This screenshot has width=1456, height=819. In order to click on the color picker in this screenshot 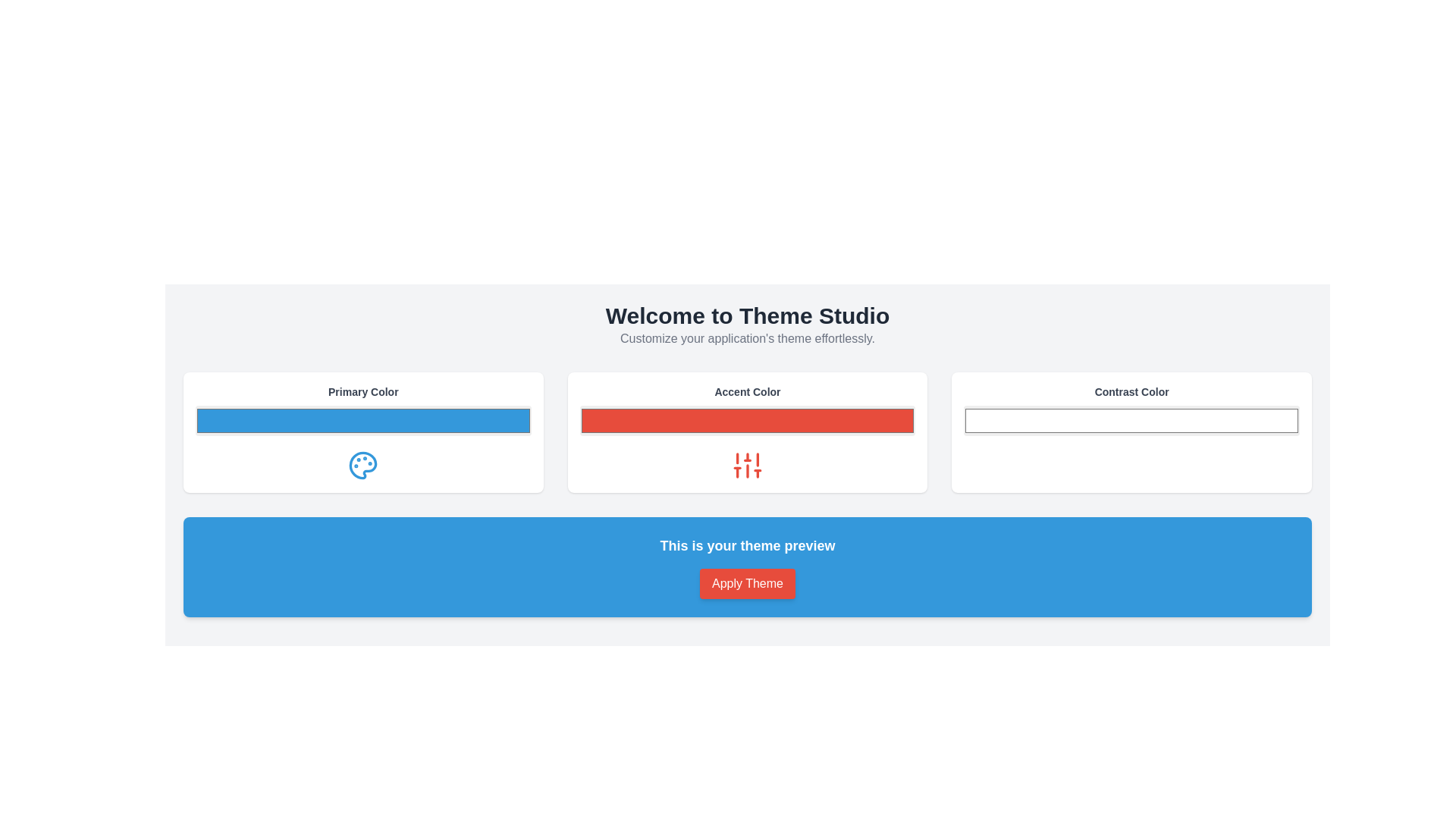, I will do `click(579, 421)`.